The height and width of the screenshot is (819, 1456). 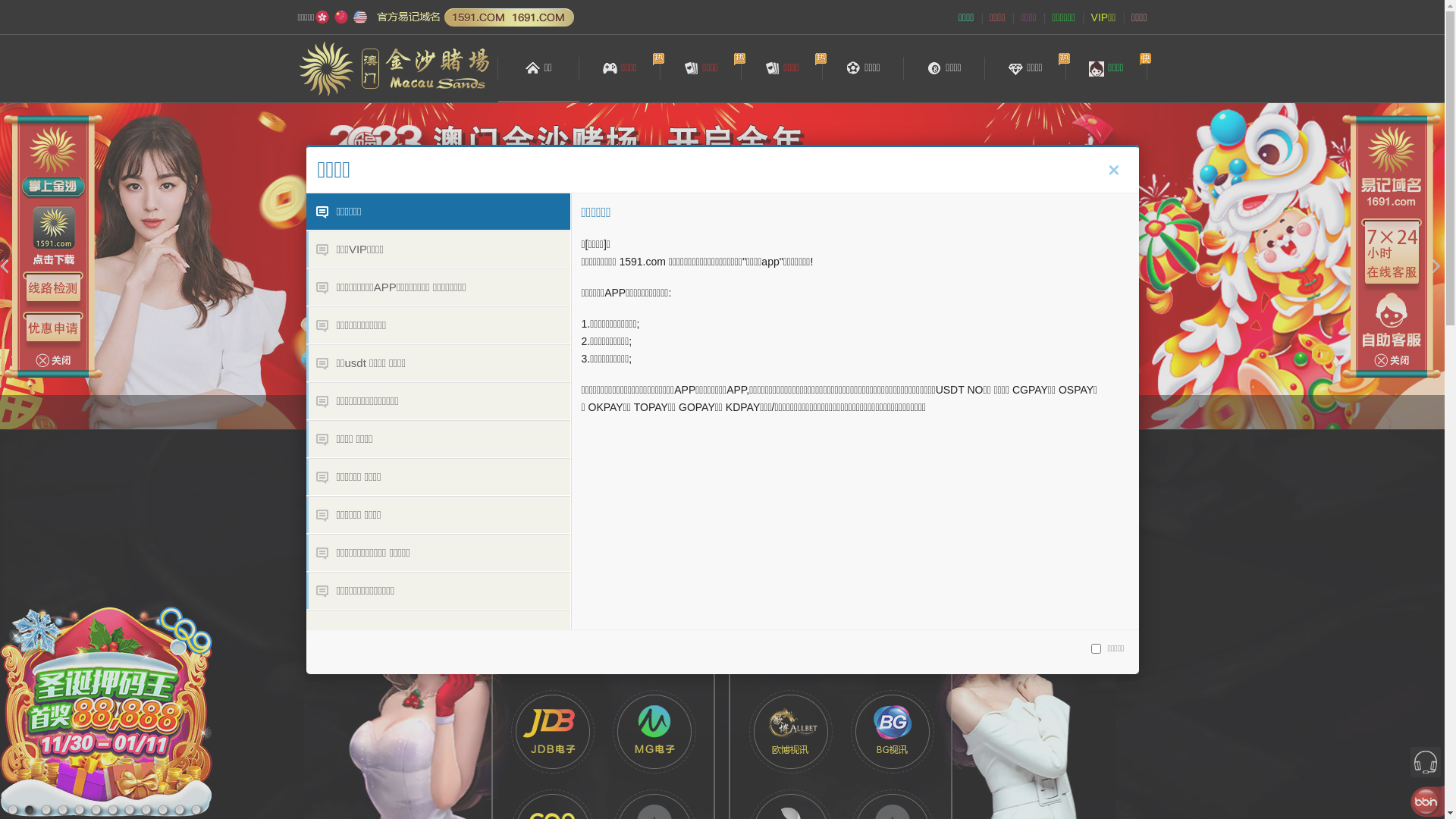 What do you see at coordinates (351, 17) in the screenshot?
I see `'English'` at bounding box center [351, 17].